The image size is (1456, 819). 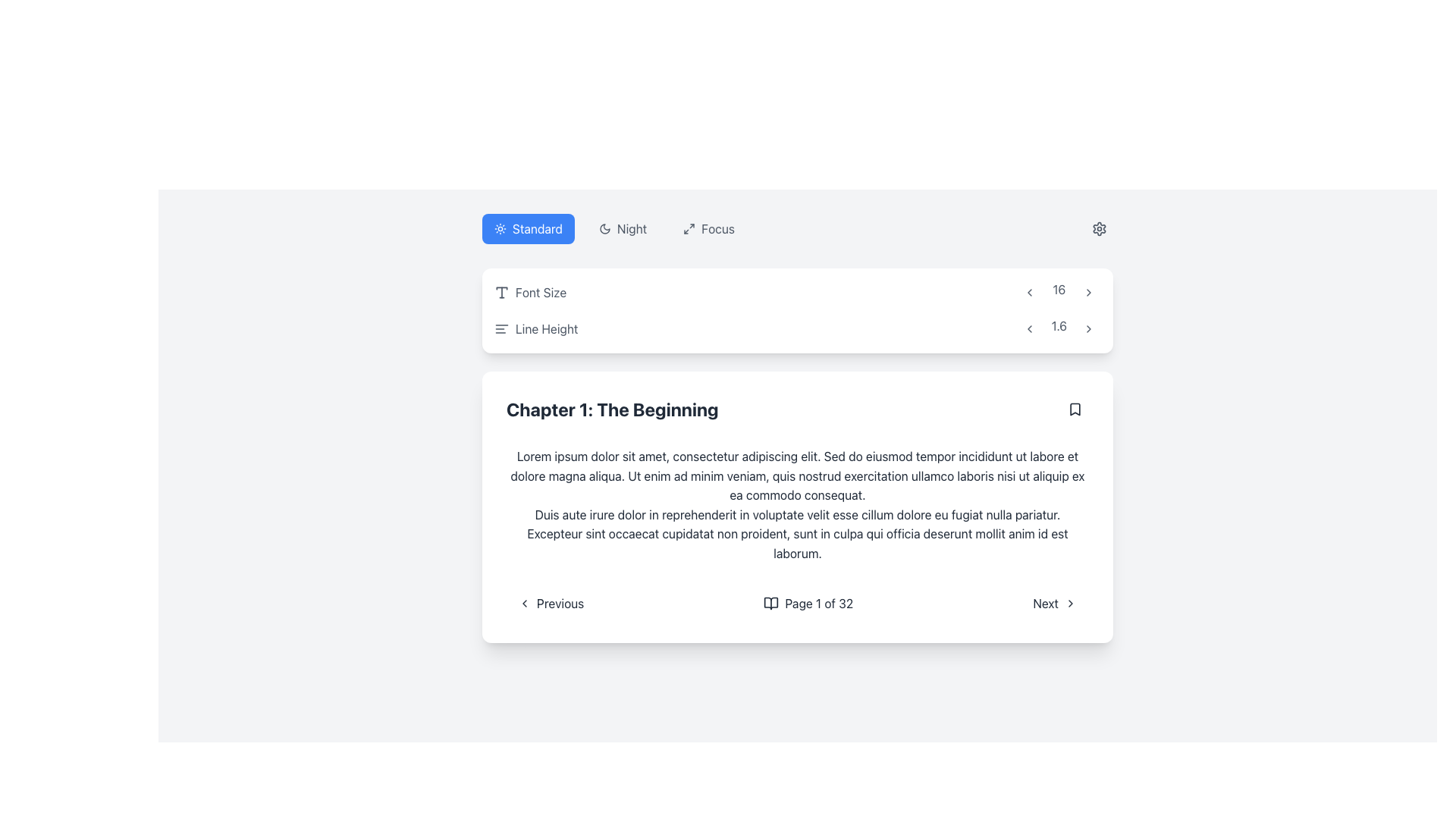 I want to click on the text element displaying the current value of the line-height setting, located in the upper-right section of the interface between the left and right arrow buttons, so click(x=1058, y=328).